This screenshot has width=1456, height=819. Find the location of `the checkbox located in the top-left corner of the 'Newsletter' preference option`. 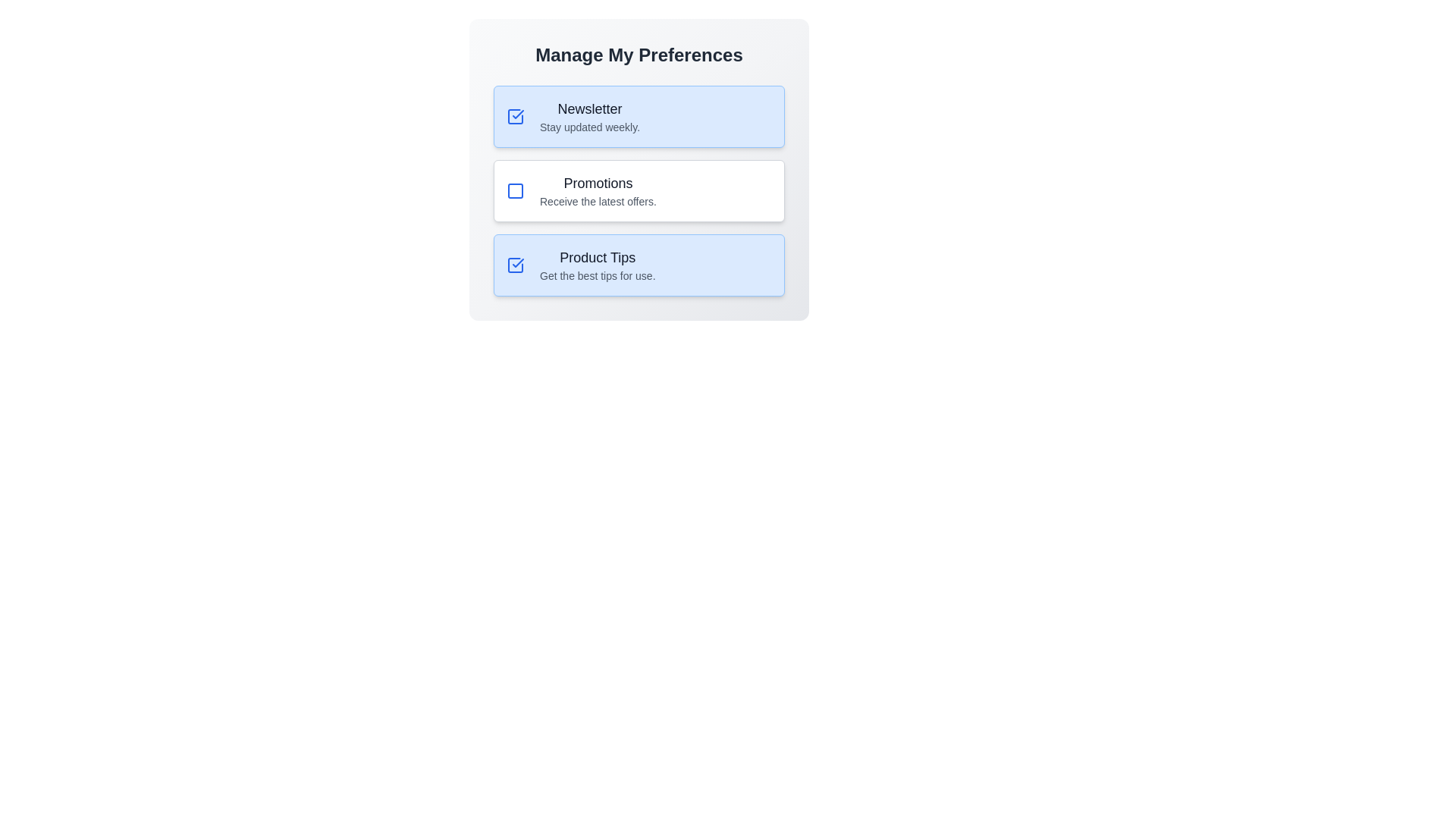

the checkbox located in the top-left corner of the 'Newsletter' preference option is located at coordinates (516, 116).